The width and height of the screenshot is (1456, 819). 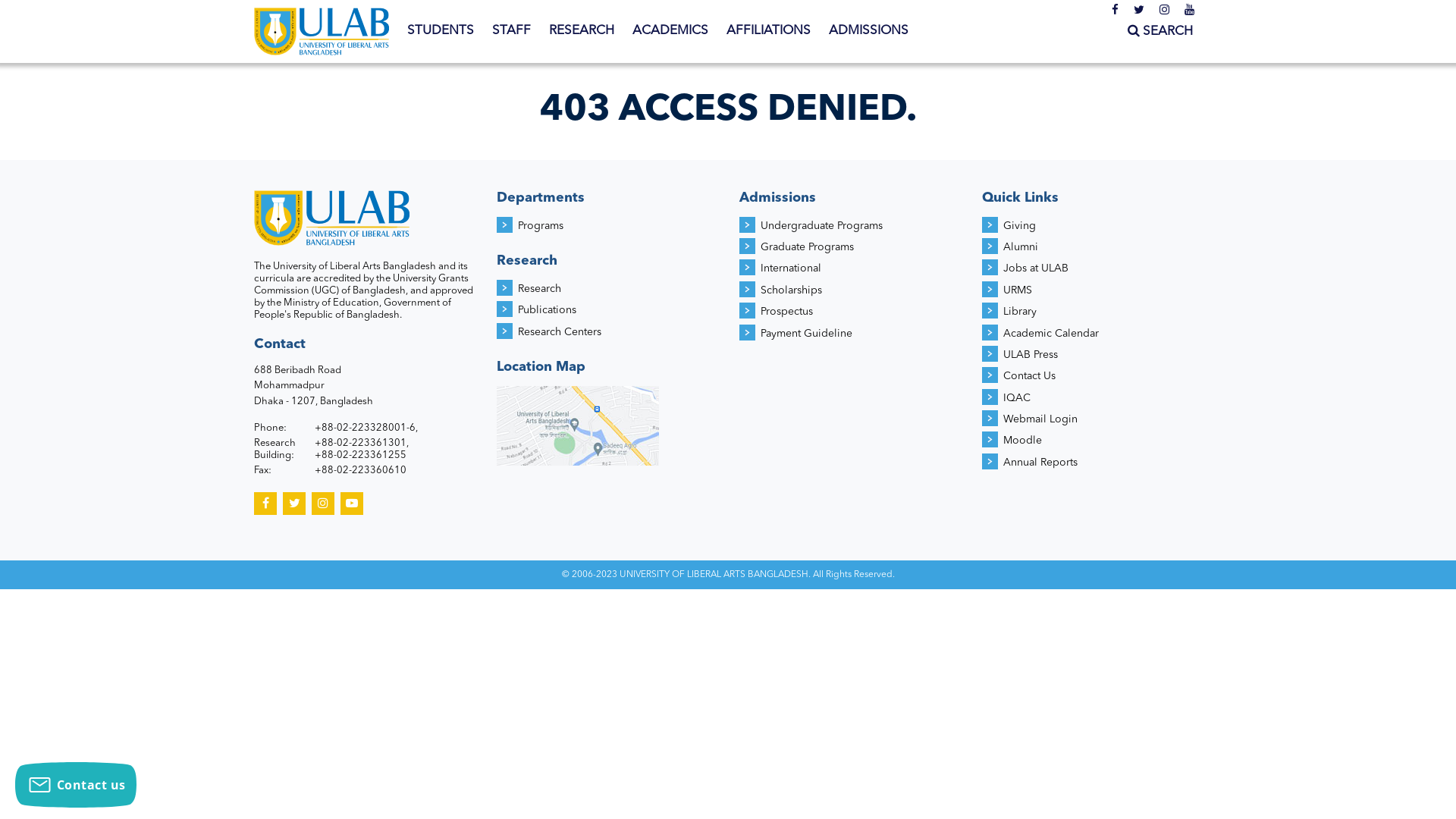 I want to click on 'Publications', so click(x=546, y=309).